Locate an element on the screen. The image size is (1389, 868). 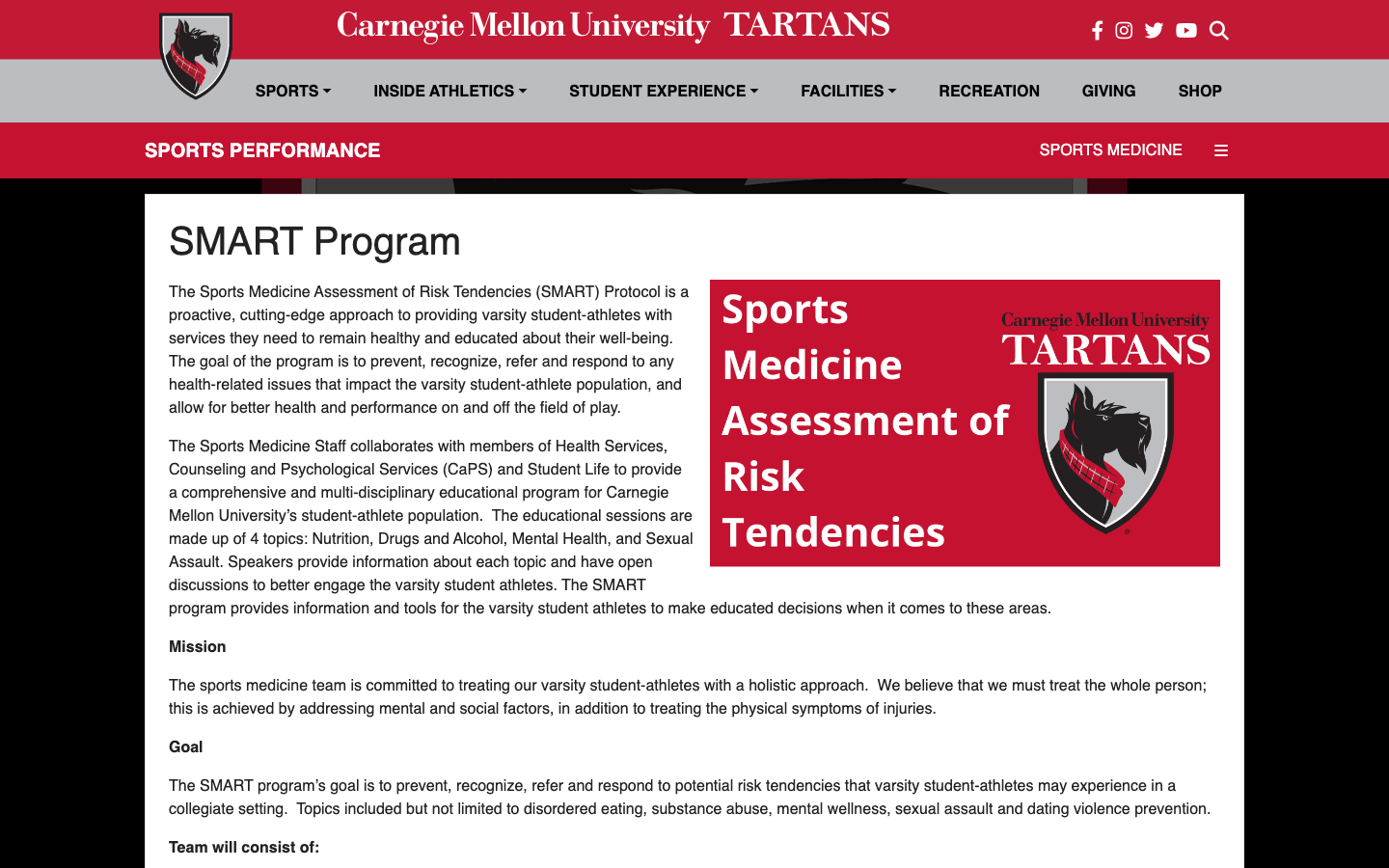
Engage the Drop-Down Icon for Facilities is located at coordinates (847, 90).